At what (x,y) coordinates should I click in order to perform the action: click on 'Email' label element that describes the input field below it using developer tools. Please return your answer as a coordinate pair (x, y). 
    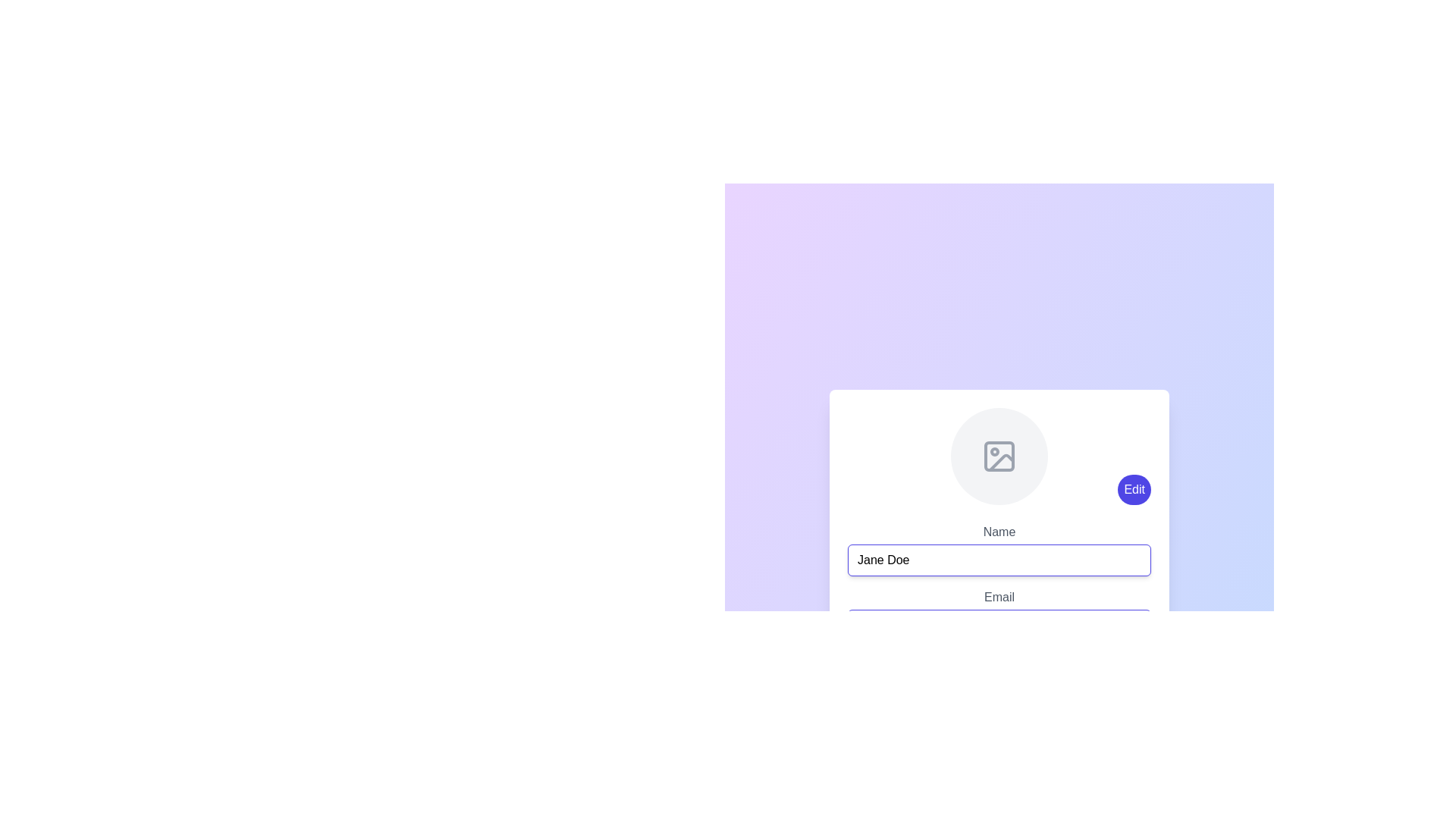
    Looking at the image, I should click on (999, 592).